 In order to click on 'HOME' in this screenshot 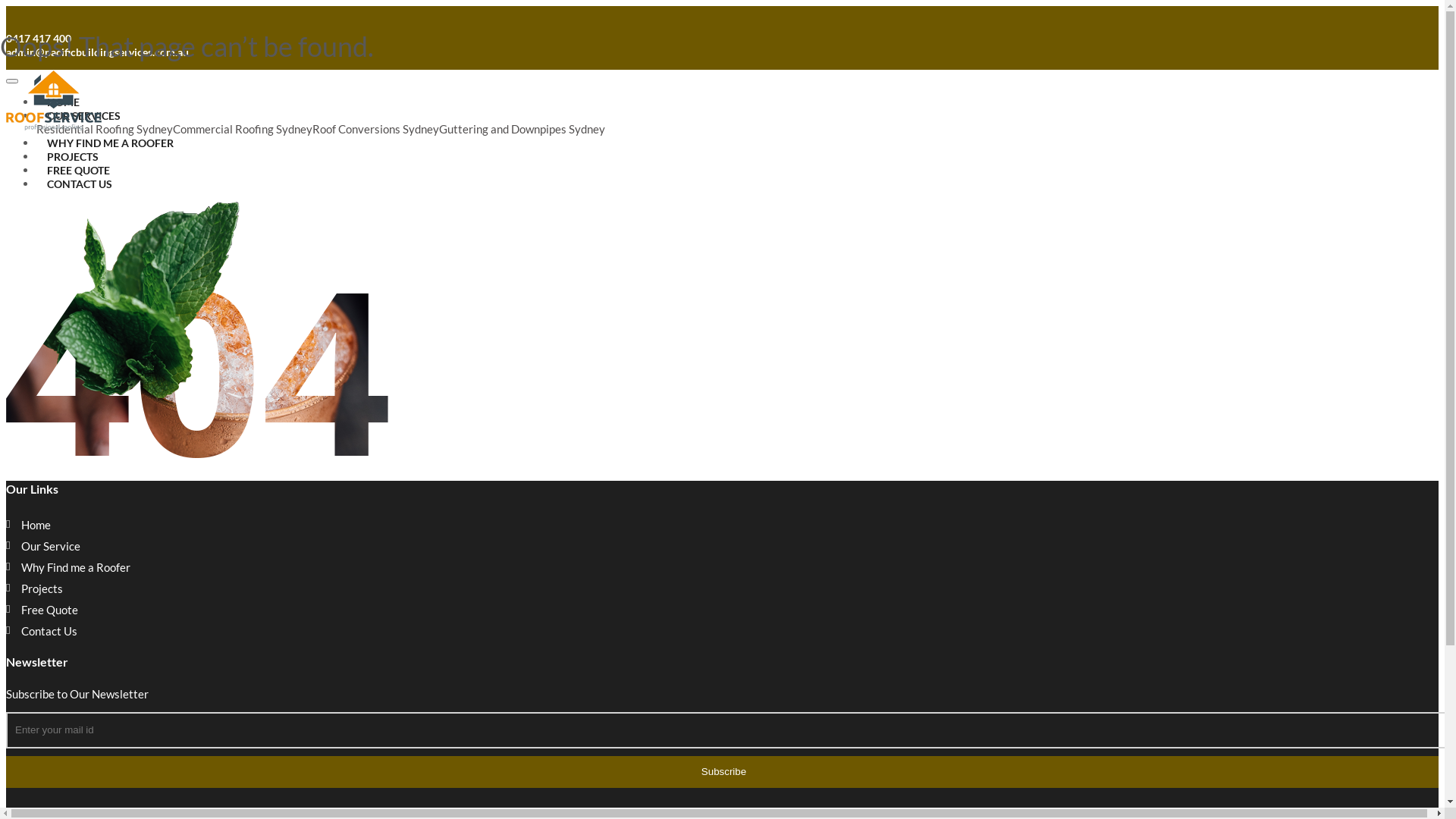, I will do `click(62, 102)`.